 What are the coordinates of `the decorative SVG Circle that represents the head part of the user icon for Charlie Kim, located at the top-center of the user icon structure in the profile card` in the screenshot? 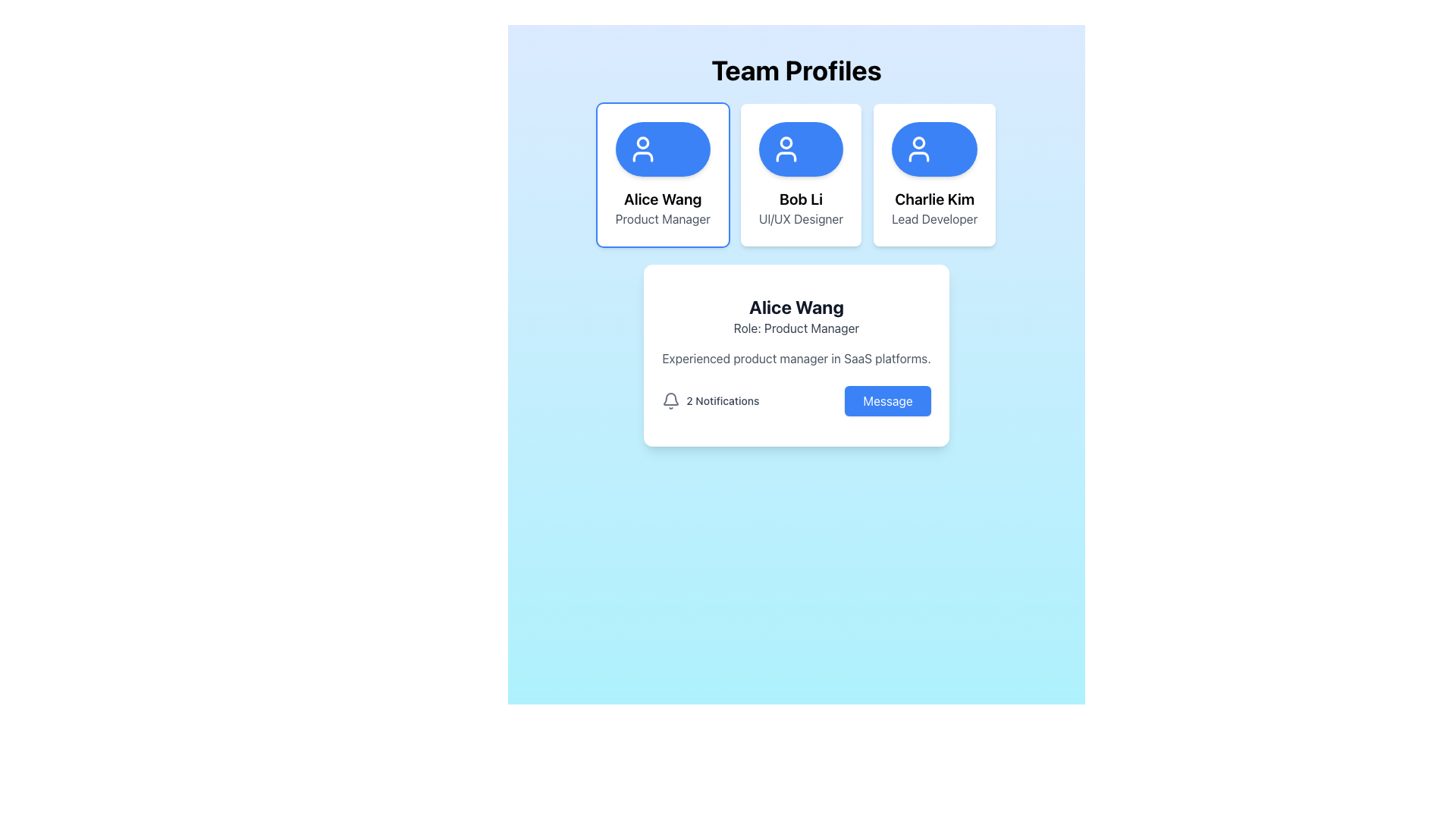 It's located at (918, 143).